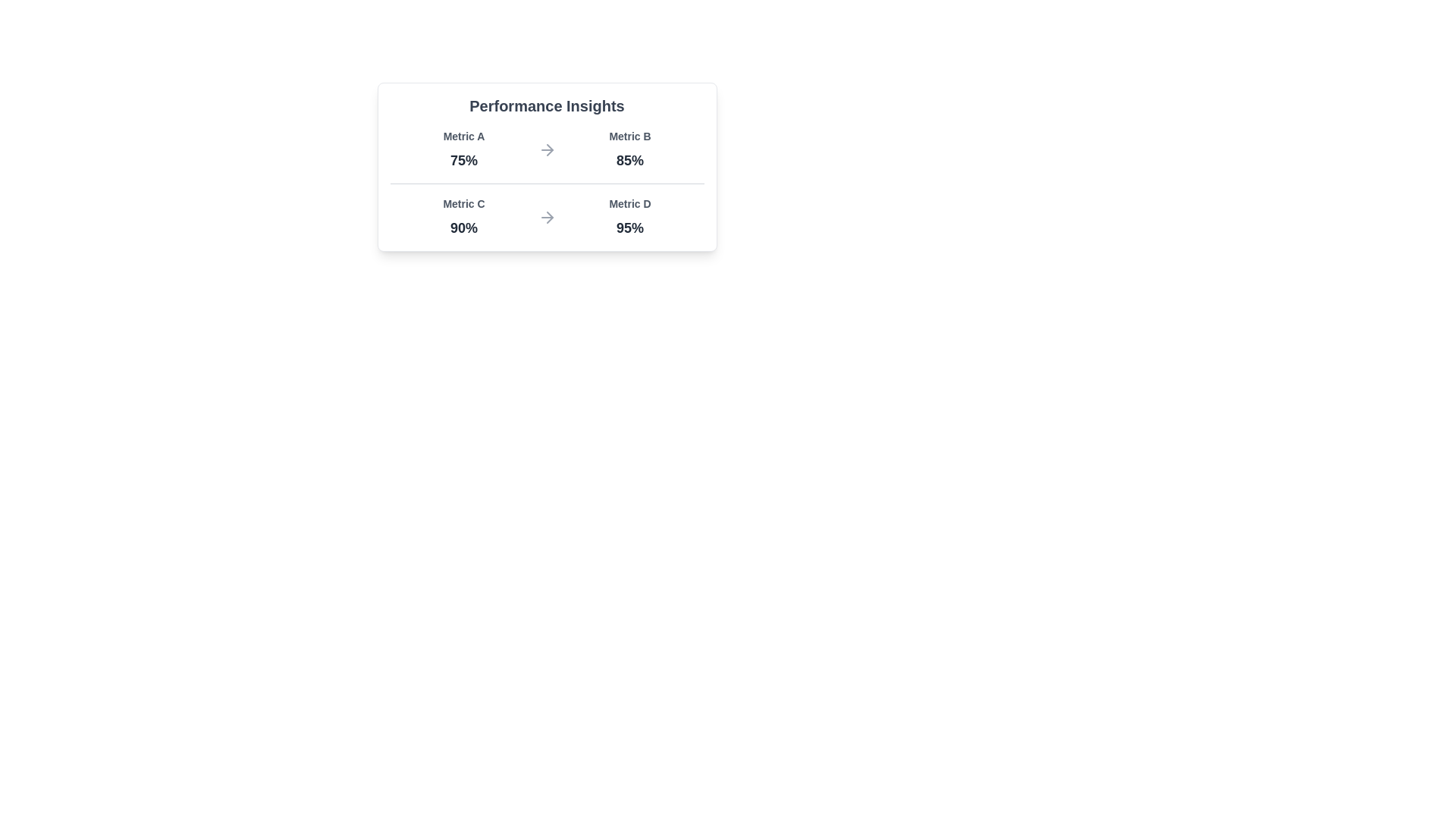  Describe the element at coordinates (546, 183) in the screenshot. I see `the performance metrics displayed in the 'Performance Insights' card` at that location.